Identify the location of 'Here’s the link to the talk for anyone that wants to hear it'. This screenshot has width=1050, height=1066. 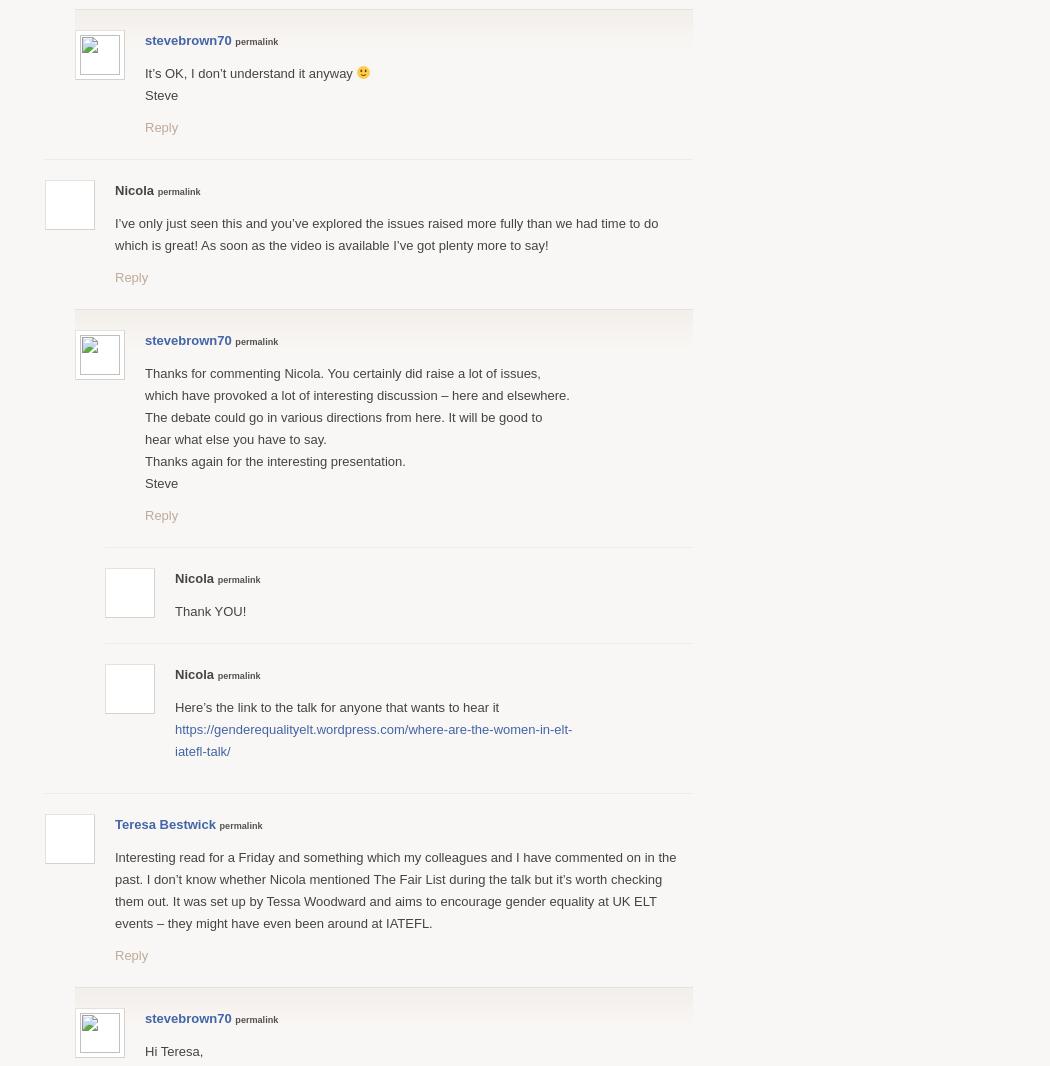
(337, 705).